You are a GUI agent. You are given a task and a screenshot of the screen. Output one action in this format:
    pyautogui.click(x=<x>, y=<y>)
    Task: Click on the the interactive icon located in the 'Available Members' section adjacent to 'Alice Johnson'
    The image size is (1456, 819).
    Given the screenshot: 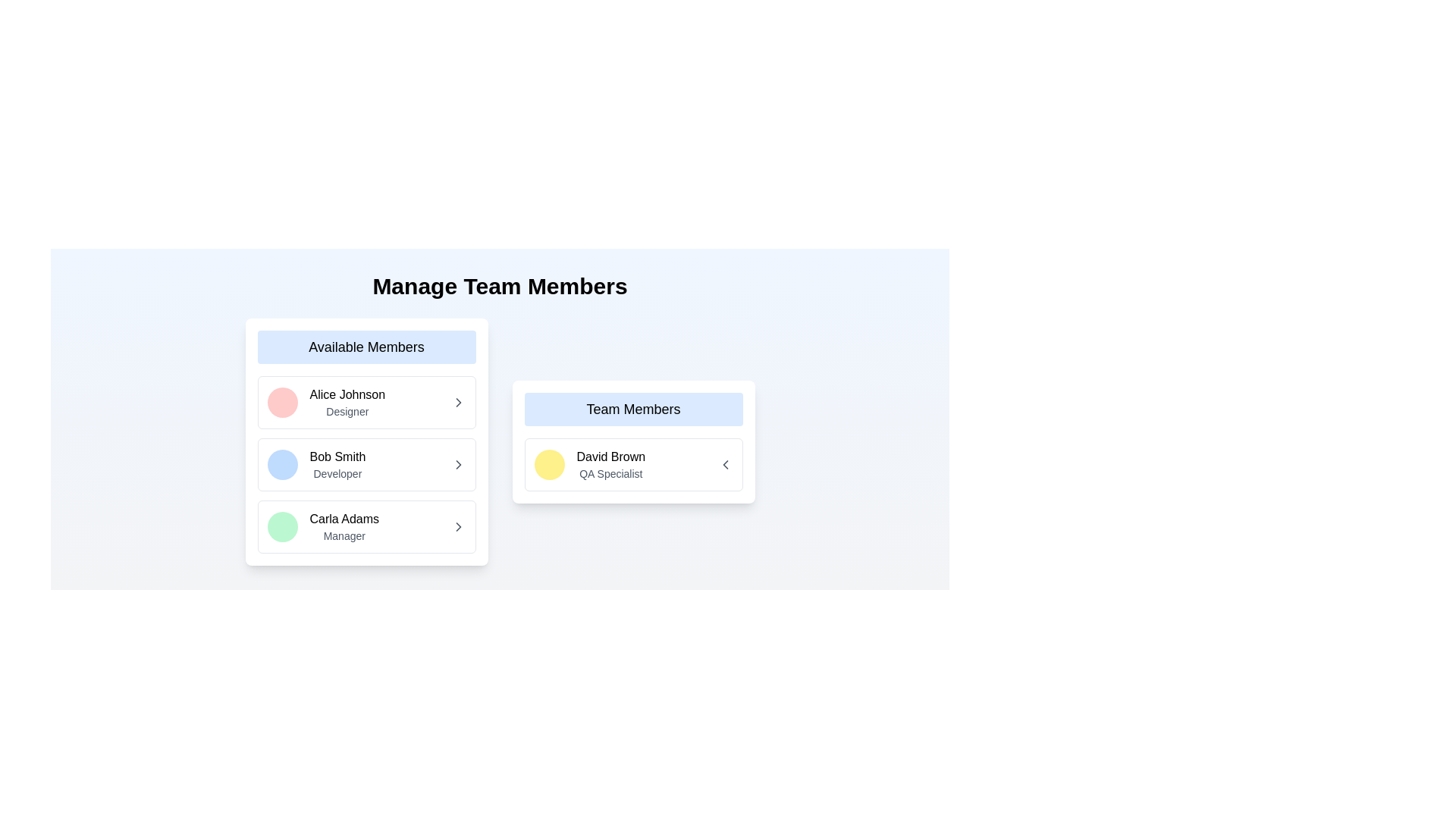 What is the action you would take?
    pyautogui.click(x=457, y=402)
    